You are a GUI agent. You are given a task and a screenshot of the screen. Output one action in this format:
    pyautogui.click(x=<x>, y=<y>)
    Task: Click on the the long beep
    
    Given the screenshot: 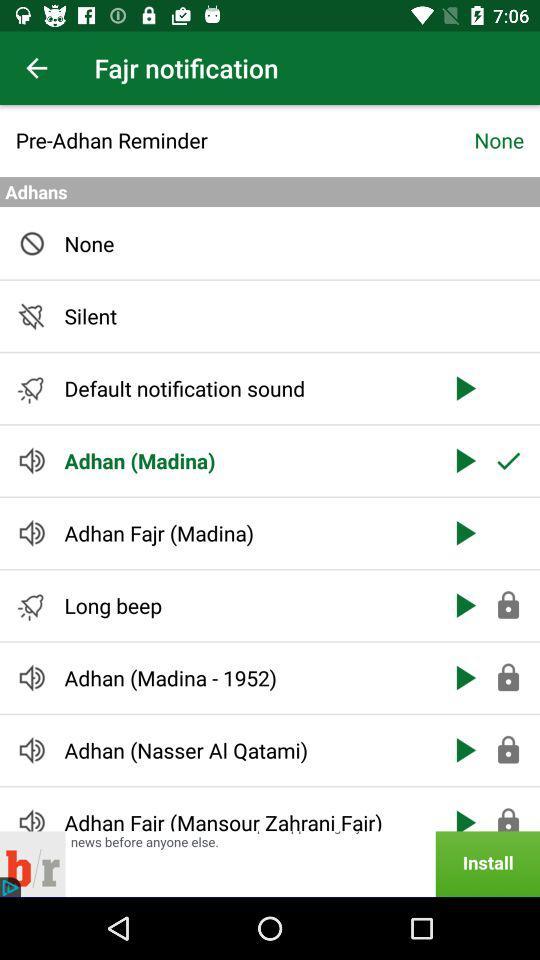 What is the action you would take?
    pyautogui.click(x=245, y=604)
    